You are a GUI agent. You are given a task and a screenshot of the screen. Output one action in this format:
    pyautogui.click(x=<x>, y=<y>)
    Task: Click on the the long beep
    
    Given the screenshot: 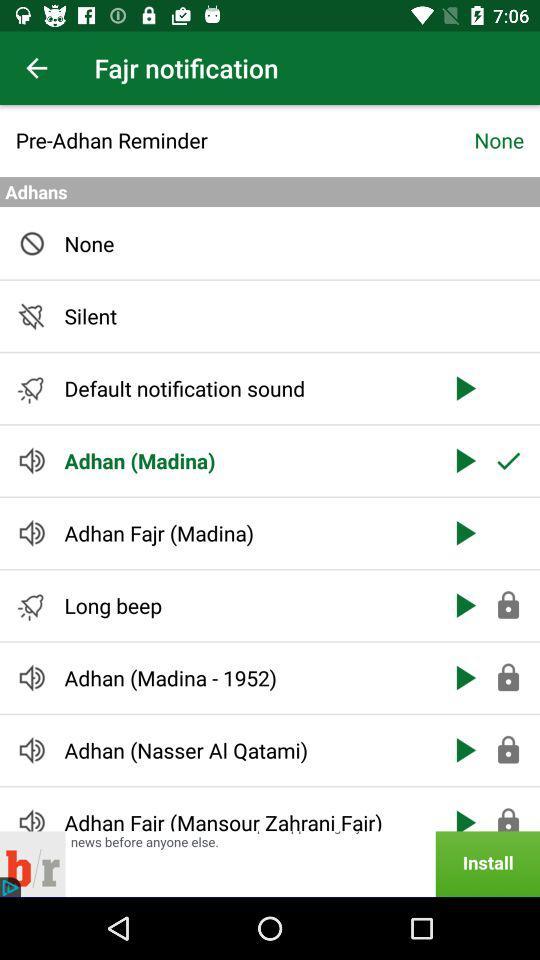 What is the action you would take?
    pyautogui.click(x=245, y=604)
    